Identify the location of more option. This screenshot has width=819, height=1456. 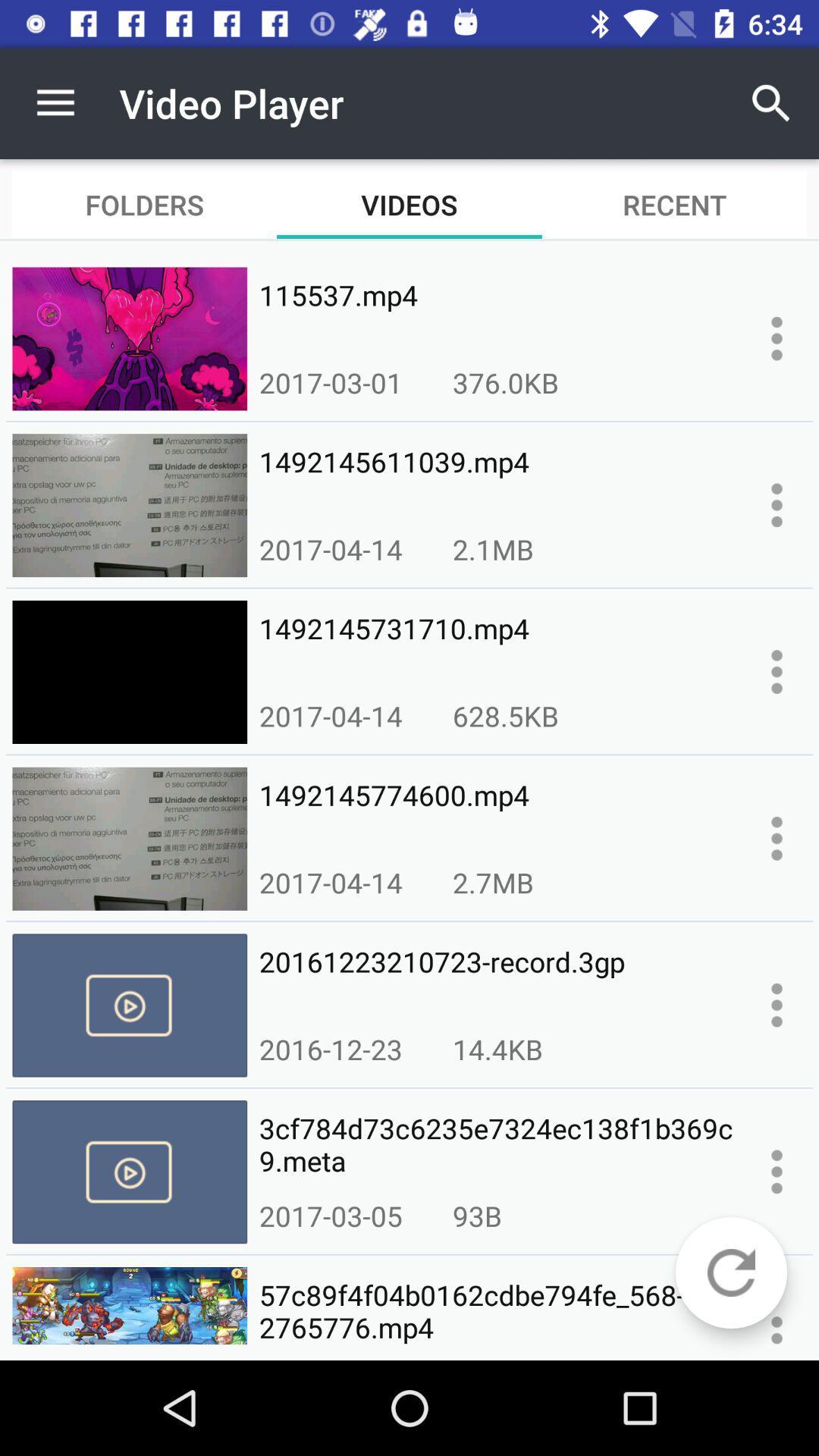
(777, 671).